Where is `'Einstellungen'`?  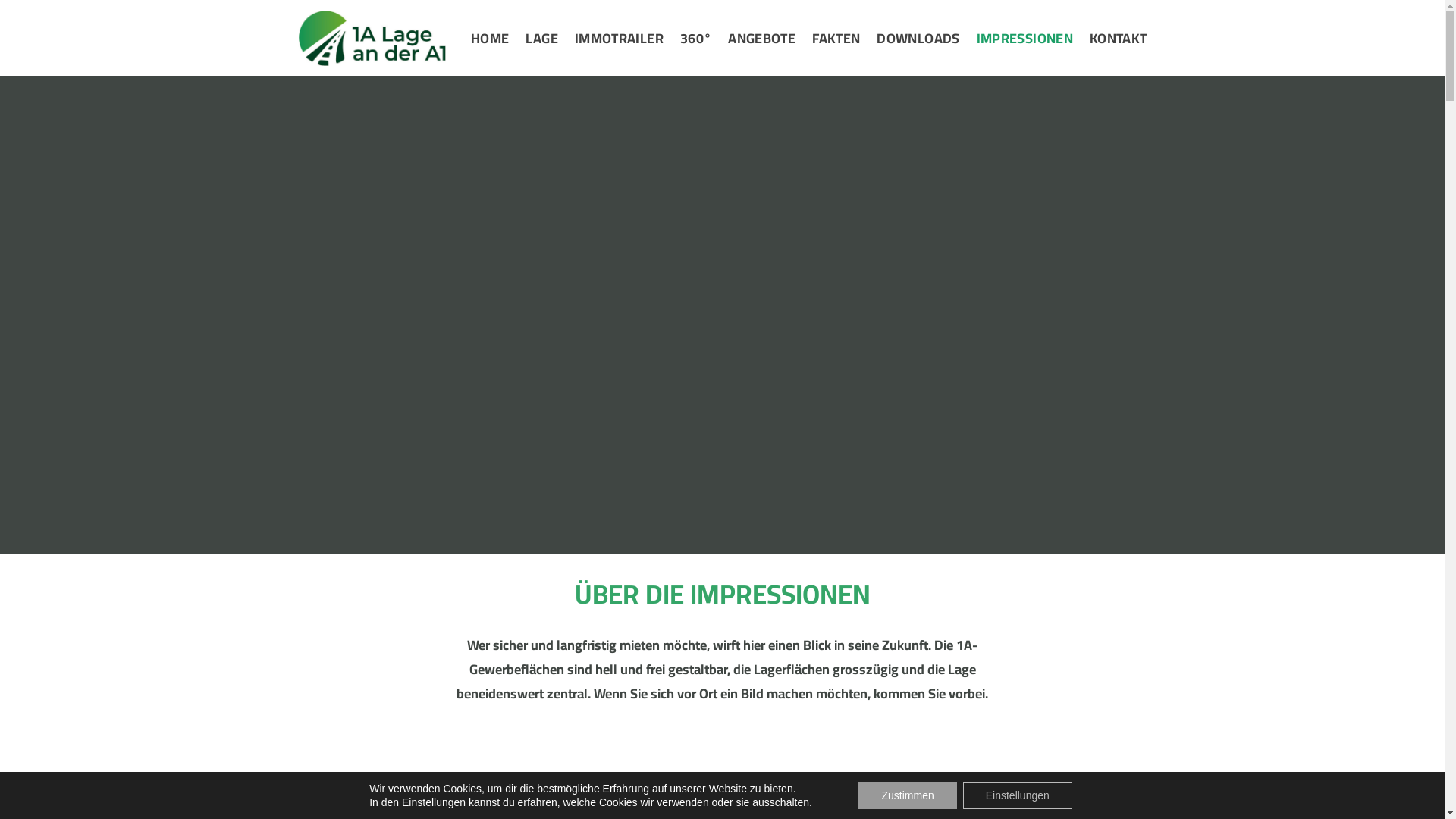 'Einstellungen' is located at coordinates (1018, 795).